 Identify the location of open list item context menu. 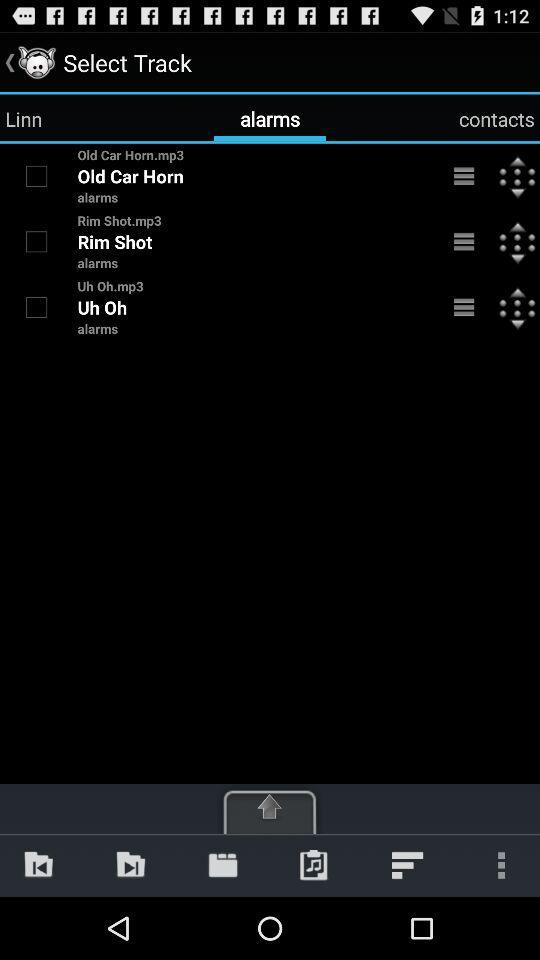
(464, 307).